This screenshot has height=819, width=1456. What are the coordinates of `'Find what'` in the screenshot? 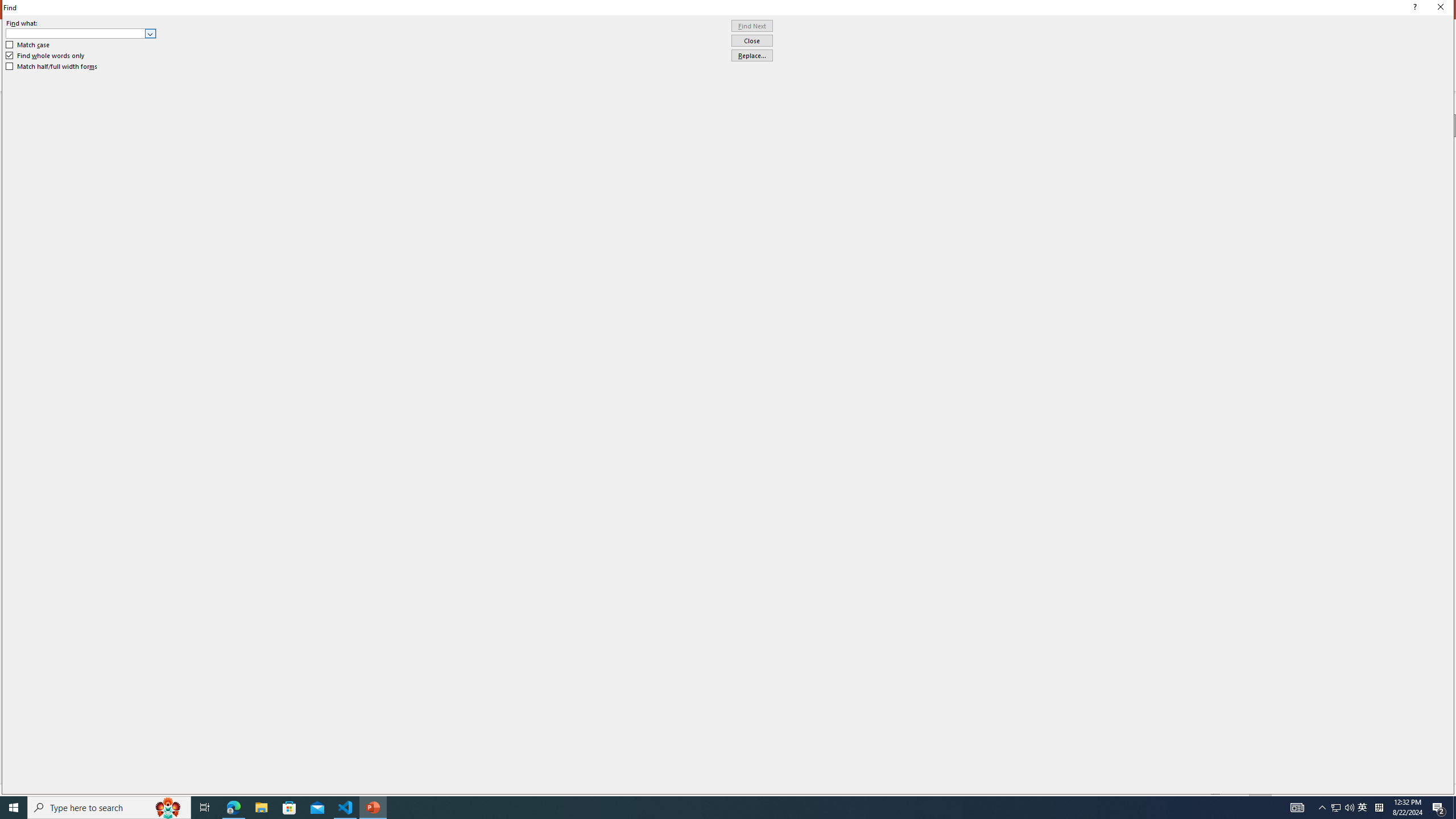 It's located at (81, 33).